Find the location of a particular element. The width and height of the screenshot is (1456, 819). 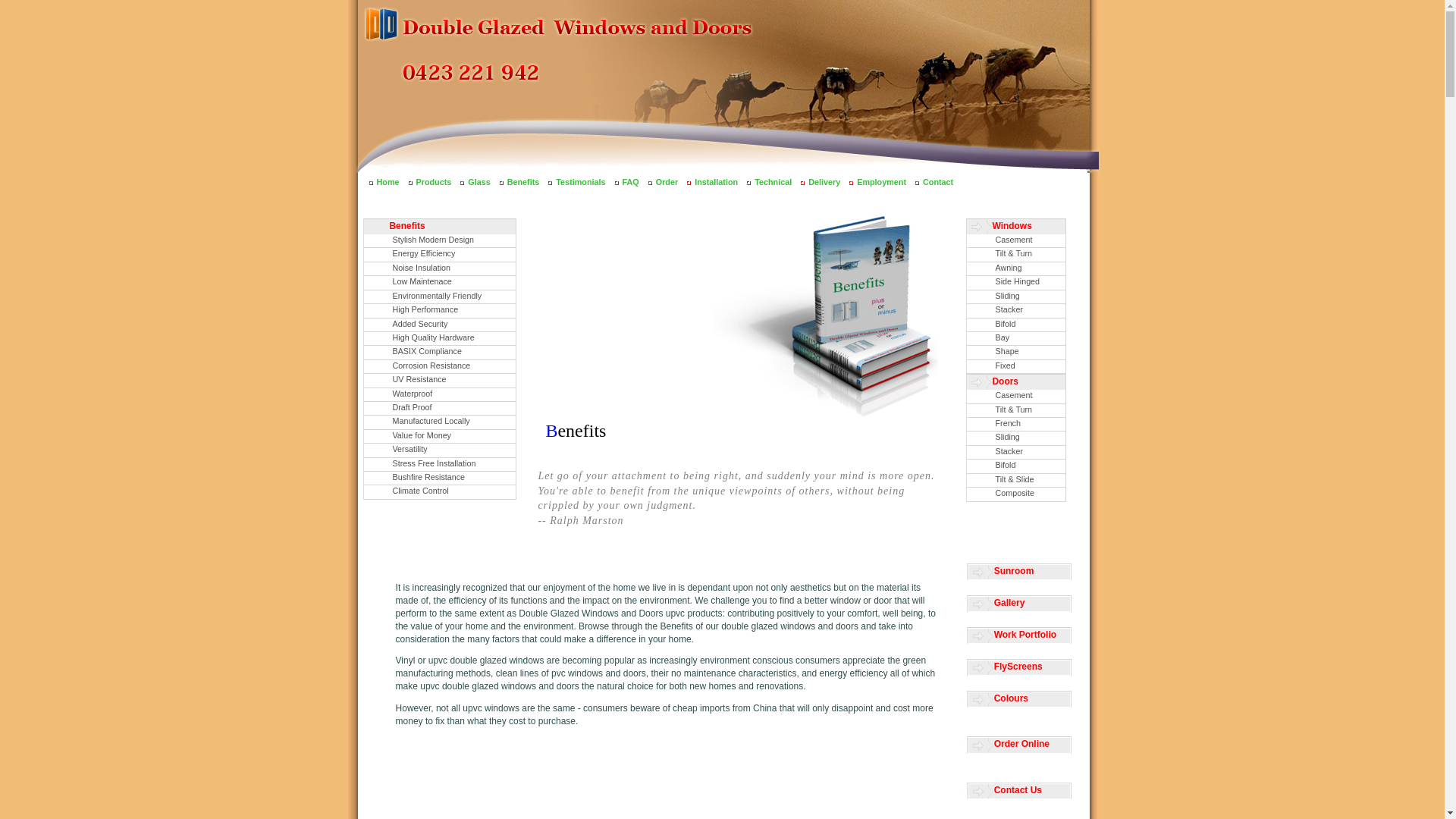

'Environmentally Friendly' is located at coordinates (439, 297).